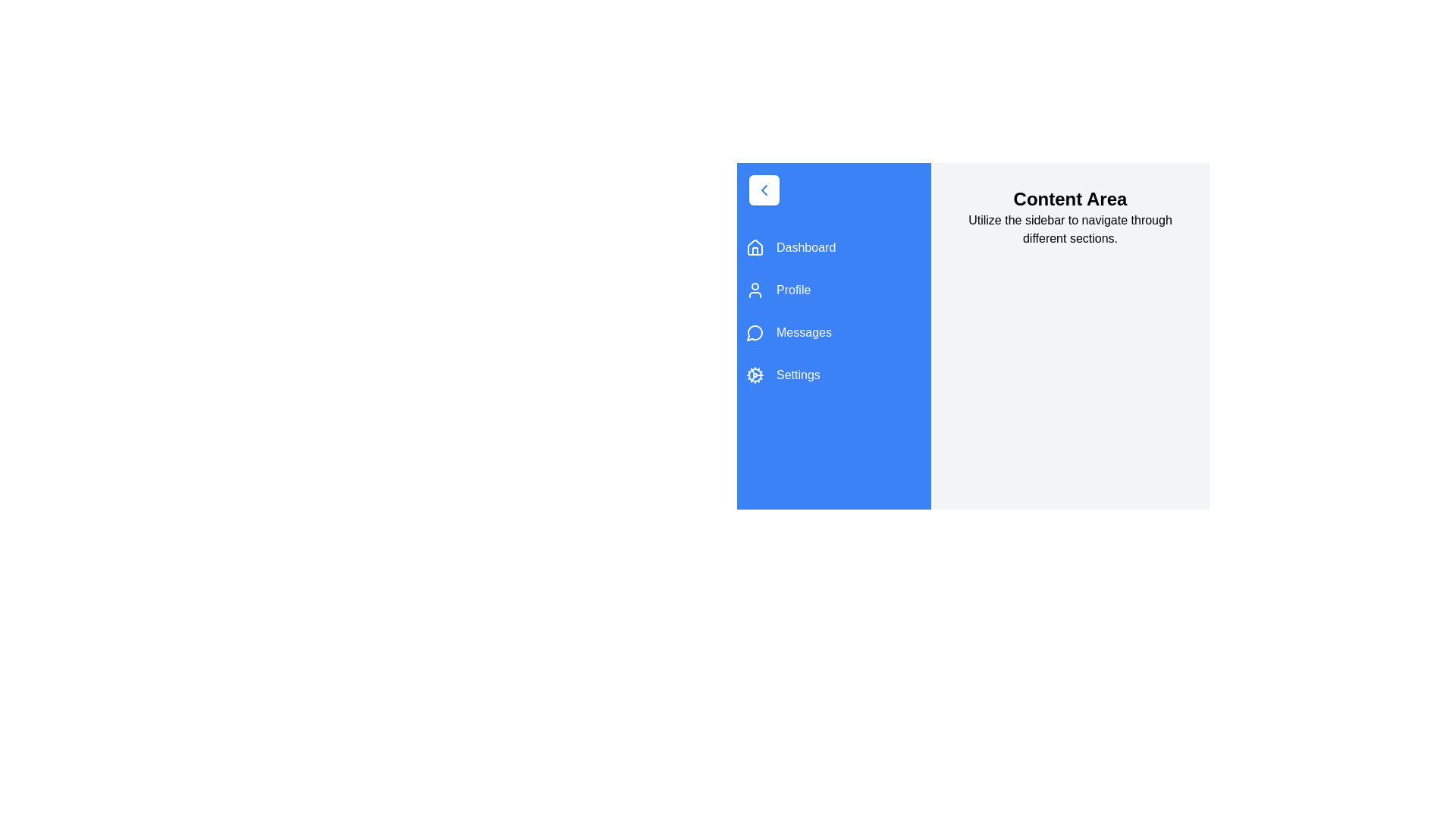  I want to click on the menu item Profile from the sidebar, so click(833, 290).